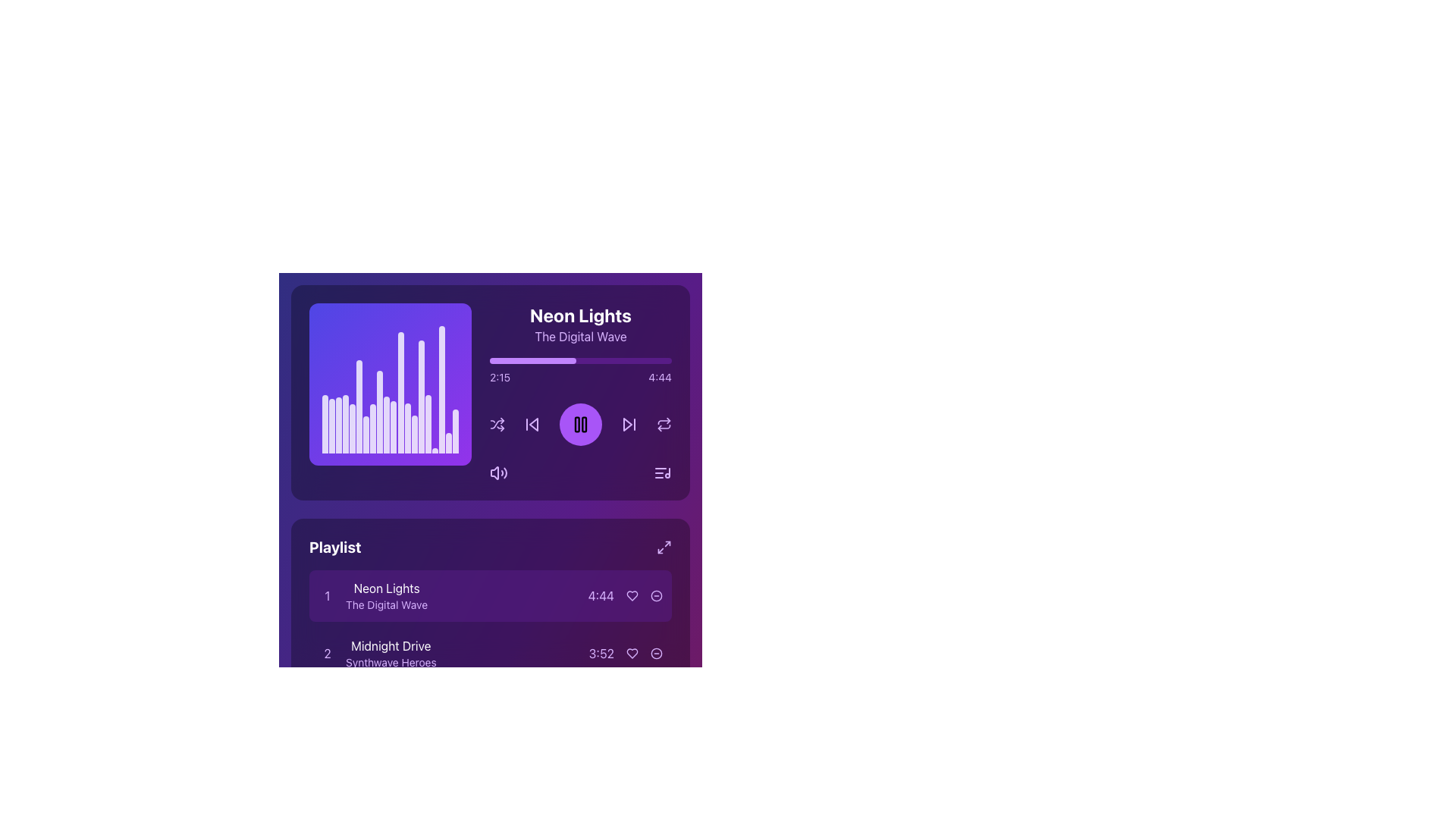 The height and width of the screenshot is (819, 1456). Describe the element at coordinates (632, 595) in the screenshot. I see `the heart icon button located to the right of the timer '4:44' to express a liking` at that location.